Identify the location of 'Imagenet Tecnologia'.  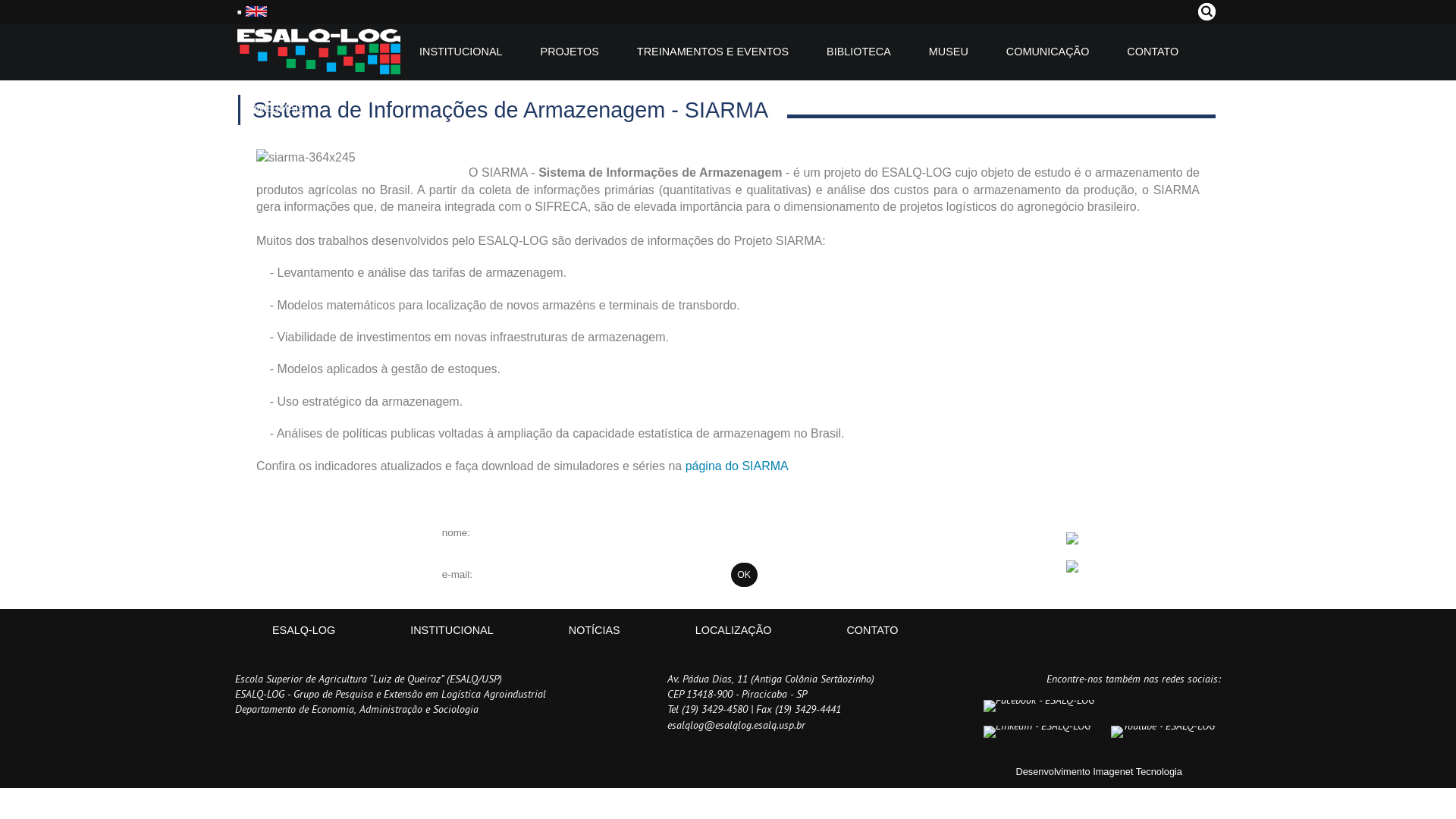
(1137, 771).